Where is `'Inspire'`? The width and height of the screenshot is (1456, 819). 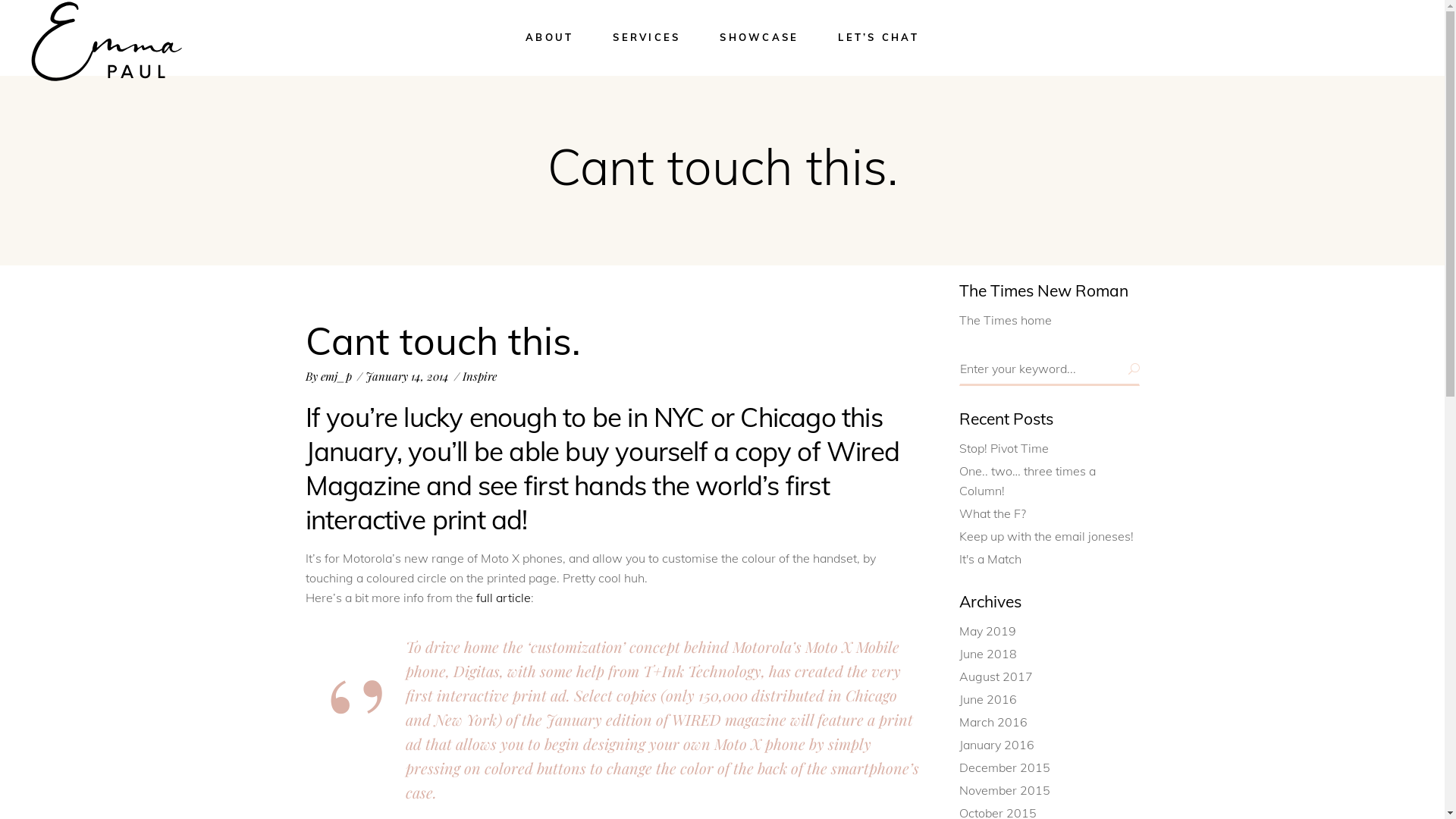 'Inspire' is located at coordinates (479, 375).